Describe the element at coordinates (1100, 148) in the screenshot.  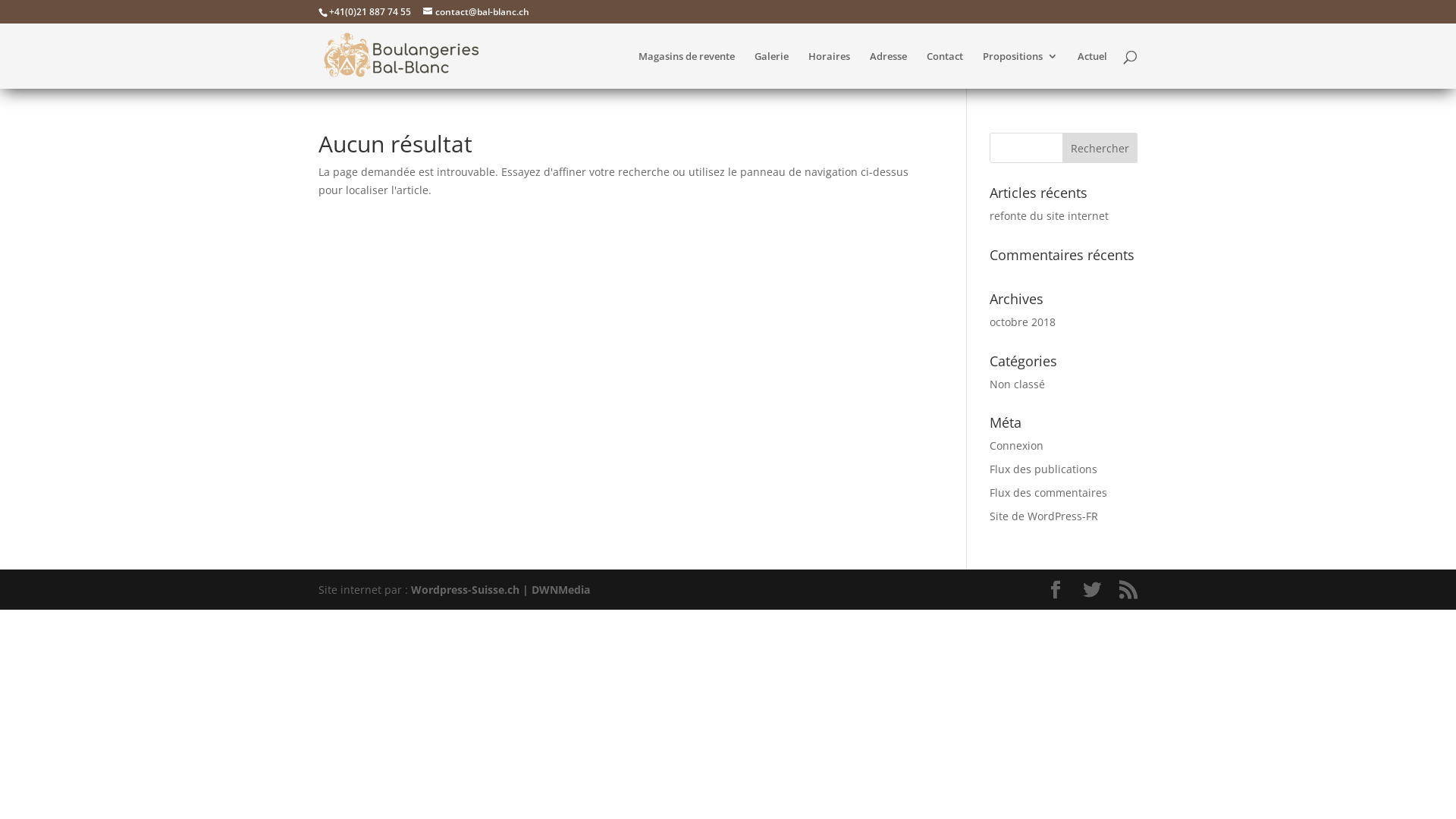
I see `'Rechercher'` at that location.